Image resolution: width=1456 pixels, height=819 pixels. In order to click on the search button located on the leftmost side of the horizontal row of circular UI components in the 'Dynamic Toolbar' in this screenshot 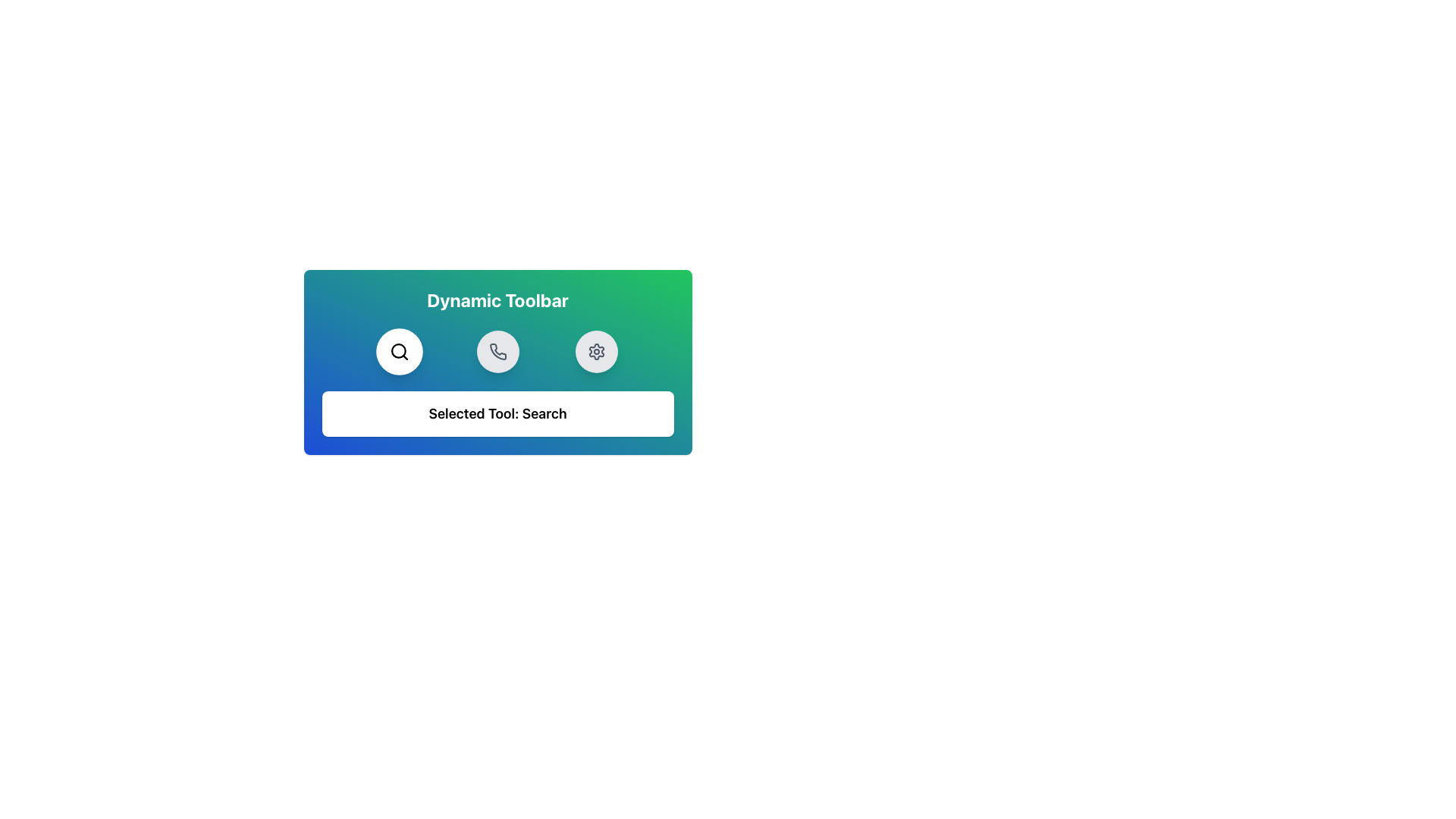, I will do `click(399, 351)`.